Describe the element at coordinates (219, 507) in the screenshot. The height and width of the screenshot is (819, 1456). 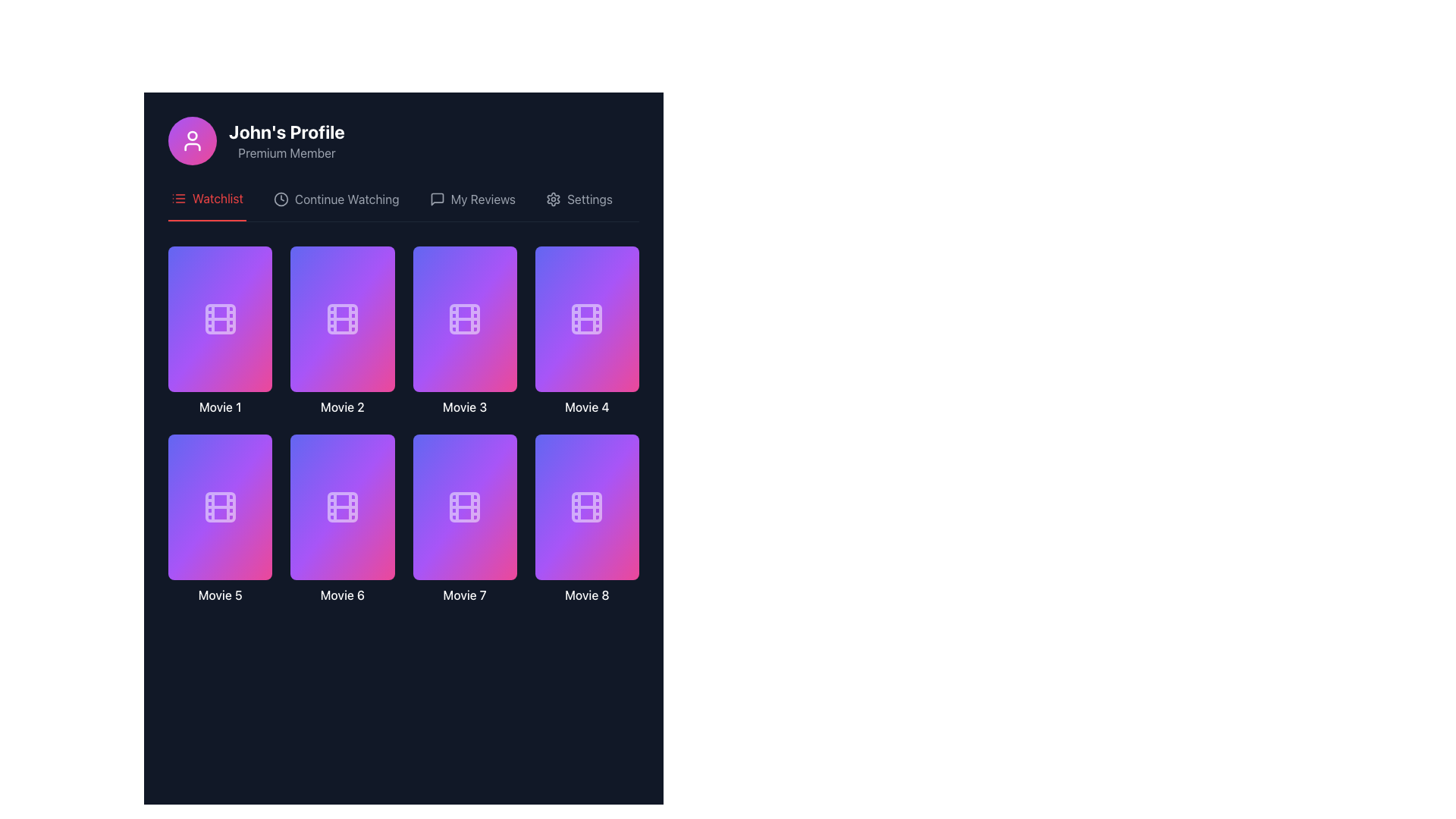
I see `the film strip icon in the Watchlist section, located in the second row and first column of the grid layout, featuring a light purple color gradient and a square grid layout` at that location.